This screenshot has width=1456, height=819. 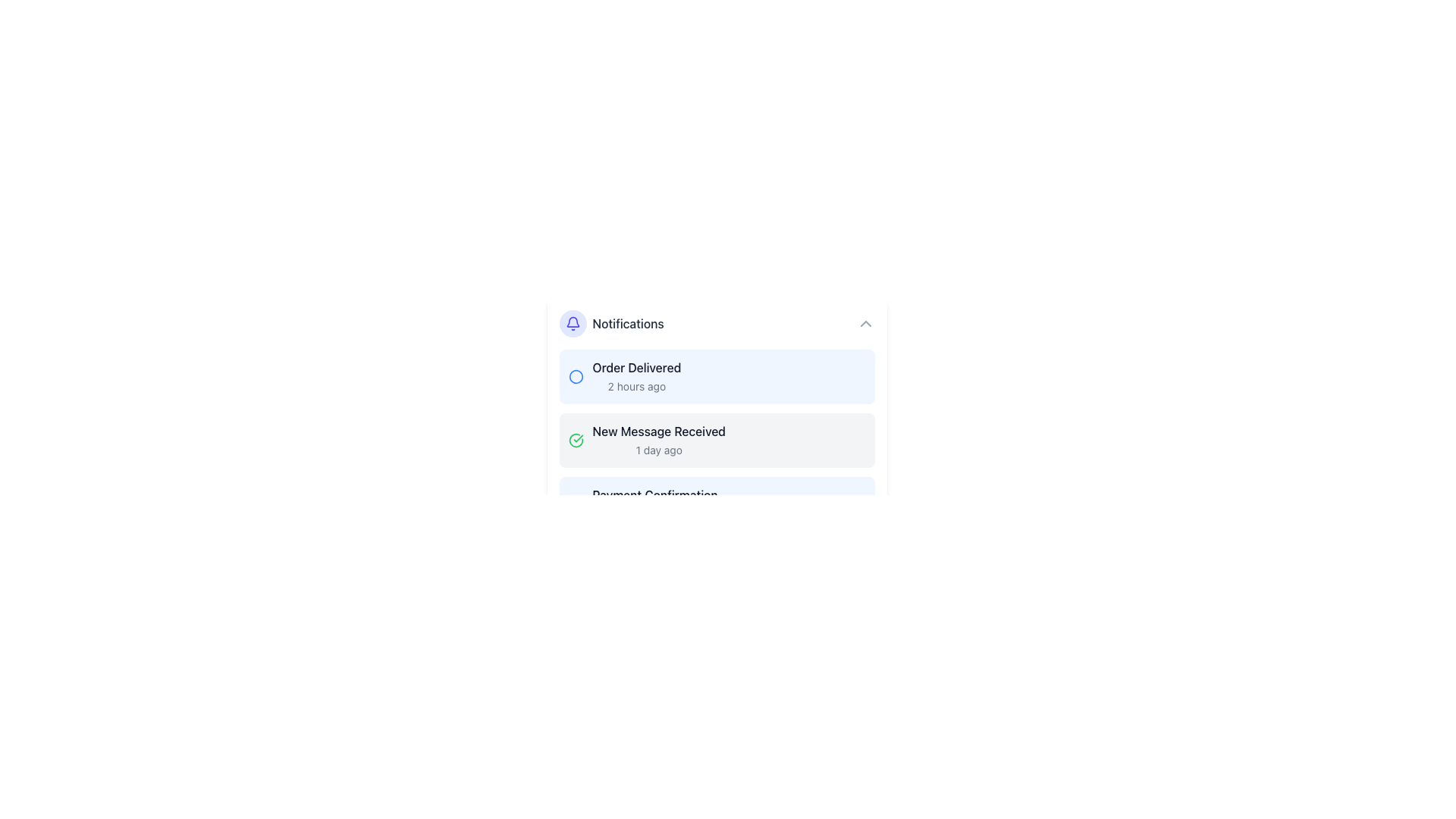 I want to click on the second notification item in the notifications list, which displays 'New Message Received' with a green checkmark icon, so click(x=647, y=441).